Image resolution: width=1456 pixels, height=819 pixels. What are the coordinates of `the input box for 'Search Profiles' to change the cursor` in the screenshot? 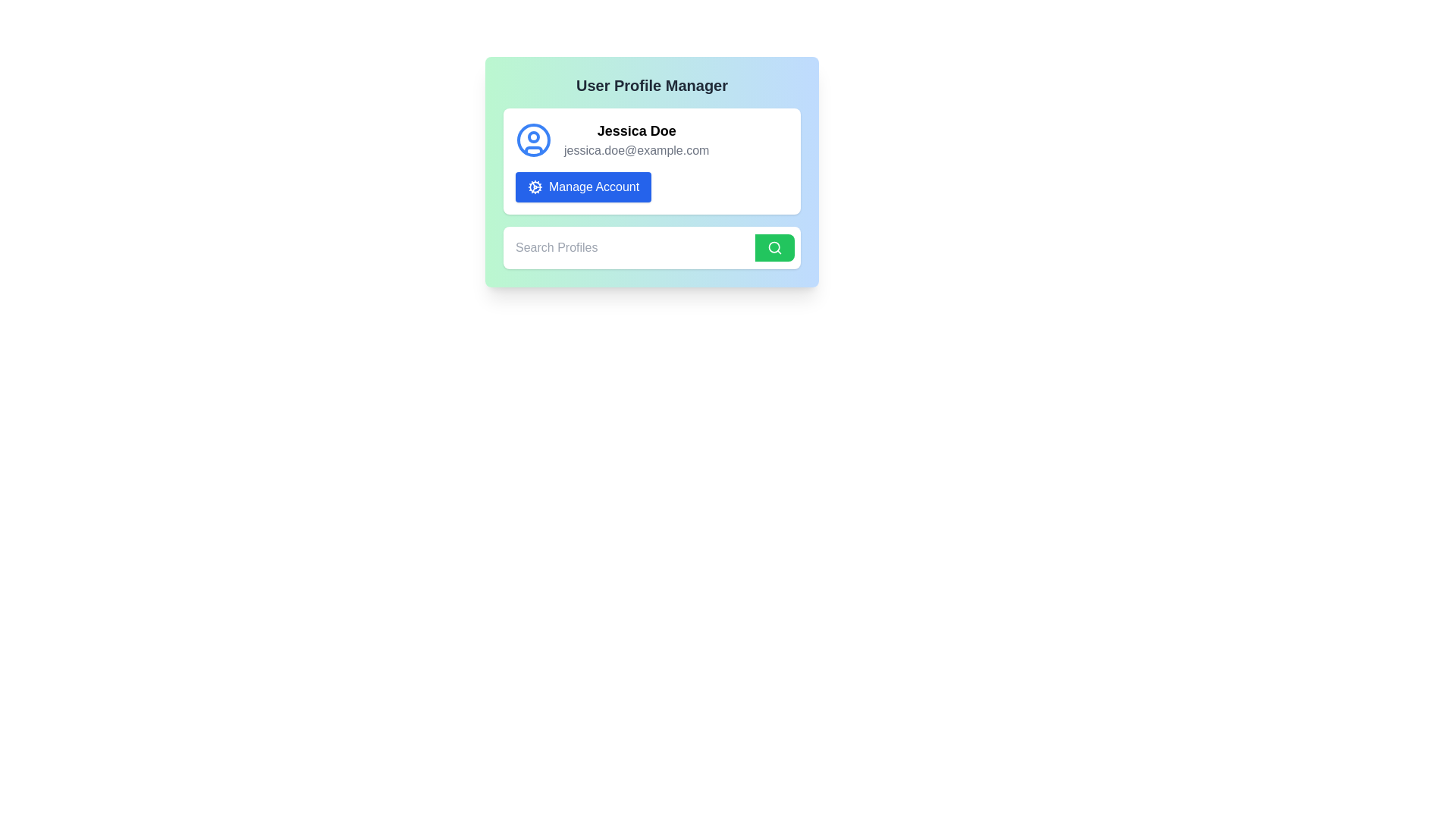 It's located at (632, 247).